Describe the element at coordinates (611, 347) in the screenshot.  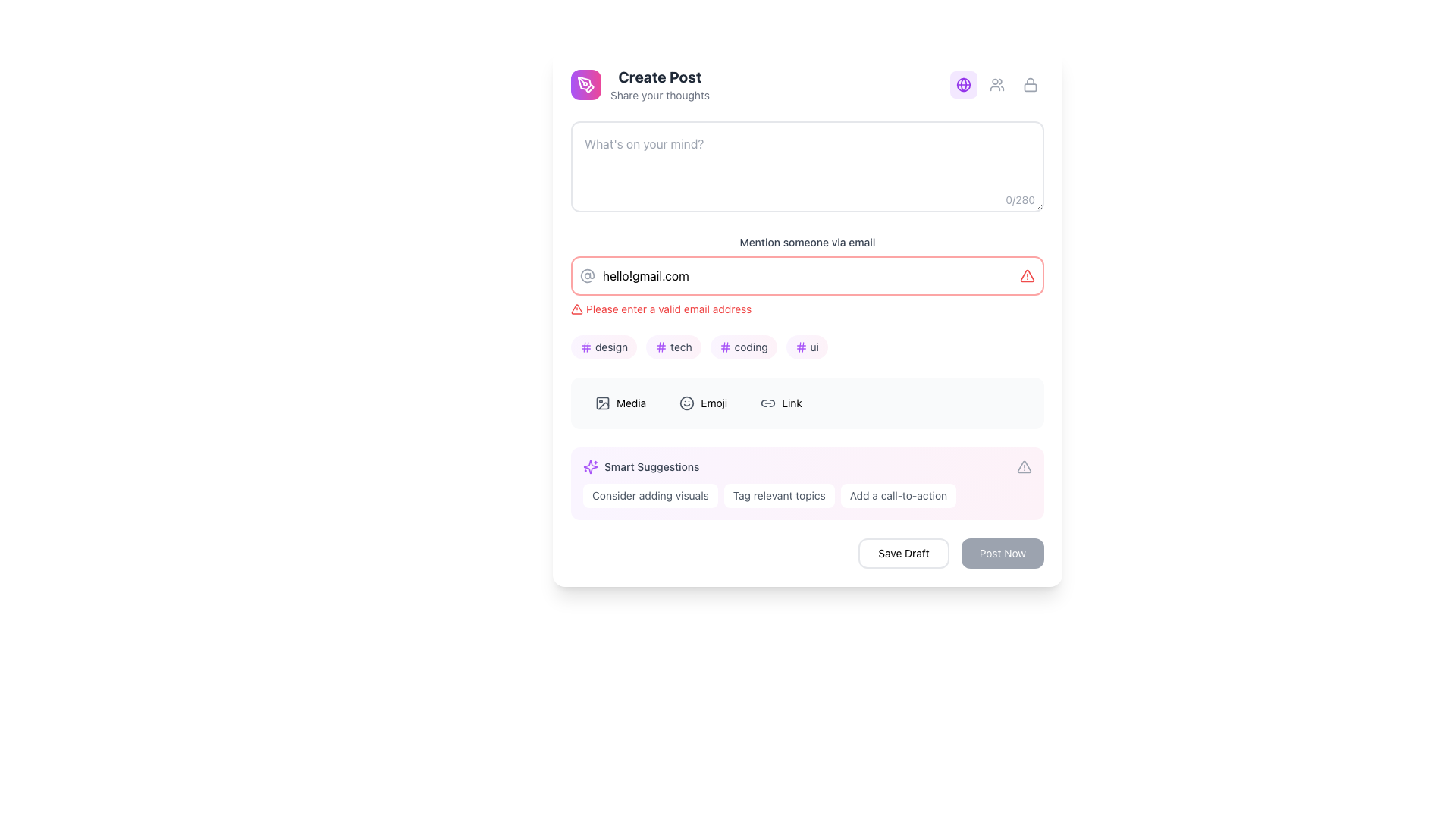
I see `the text label within the rounded, gradient-filled button that transitions from purple to pink` at that location.